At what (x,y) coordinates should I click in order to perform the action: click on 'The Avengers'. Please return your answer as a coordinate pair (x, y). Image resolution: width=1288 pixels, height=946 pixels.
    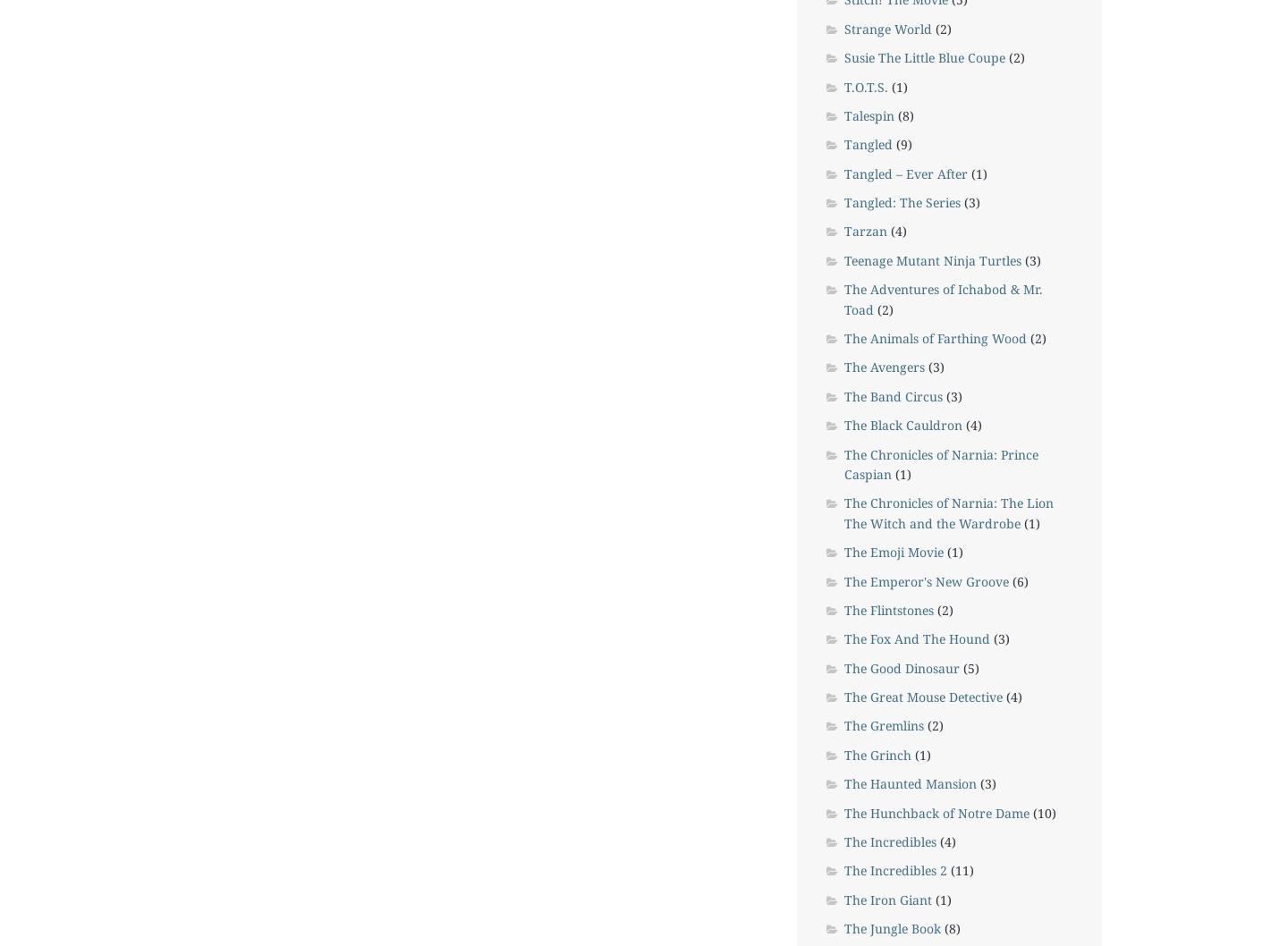
    Looking at the image, I should click on (882, 367).